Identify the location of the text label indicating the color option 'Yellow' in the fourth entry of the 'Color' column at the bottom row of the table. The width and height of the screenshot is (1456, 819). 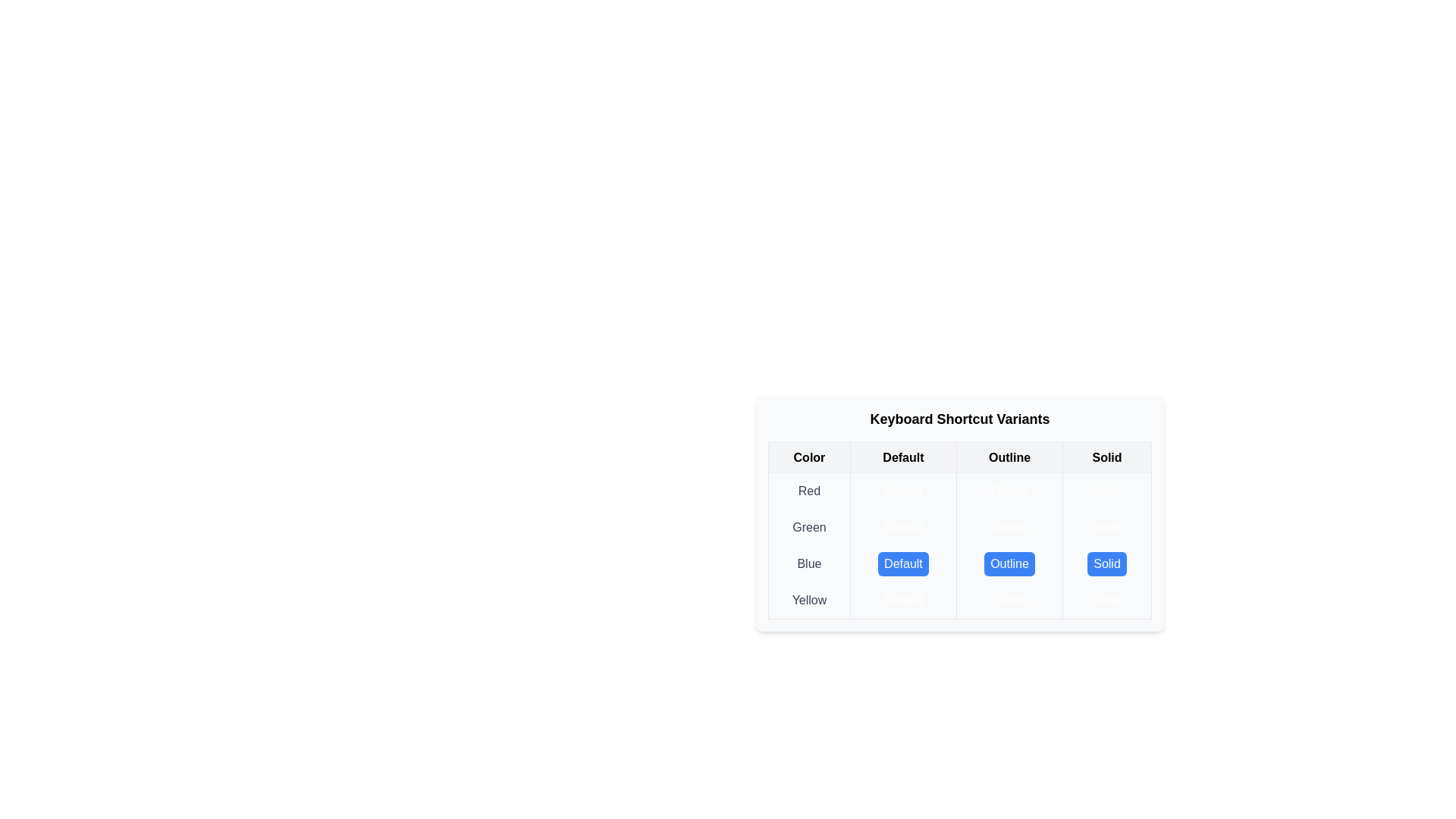
(808, 600).